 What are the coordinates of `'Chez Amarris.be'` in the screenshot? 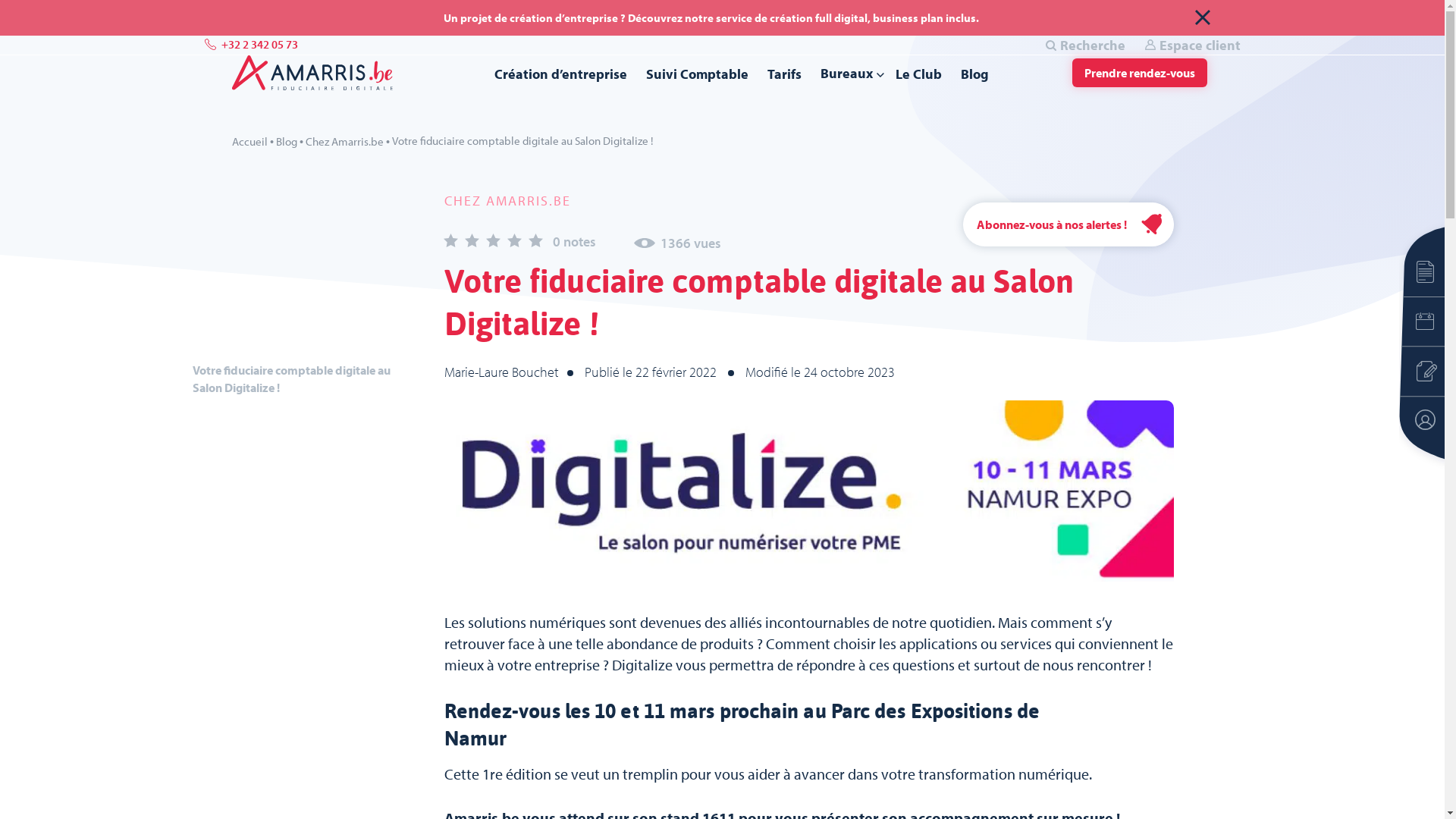 It's located at (343, 141).